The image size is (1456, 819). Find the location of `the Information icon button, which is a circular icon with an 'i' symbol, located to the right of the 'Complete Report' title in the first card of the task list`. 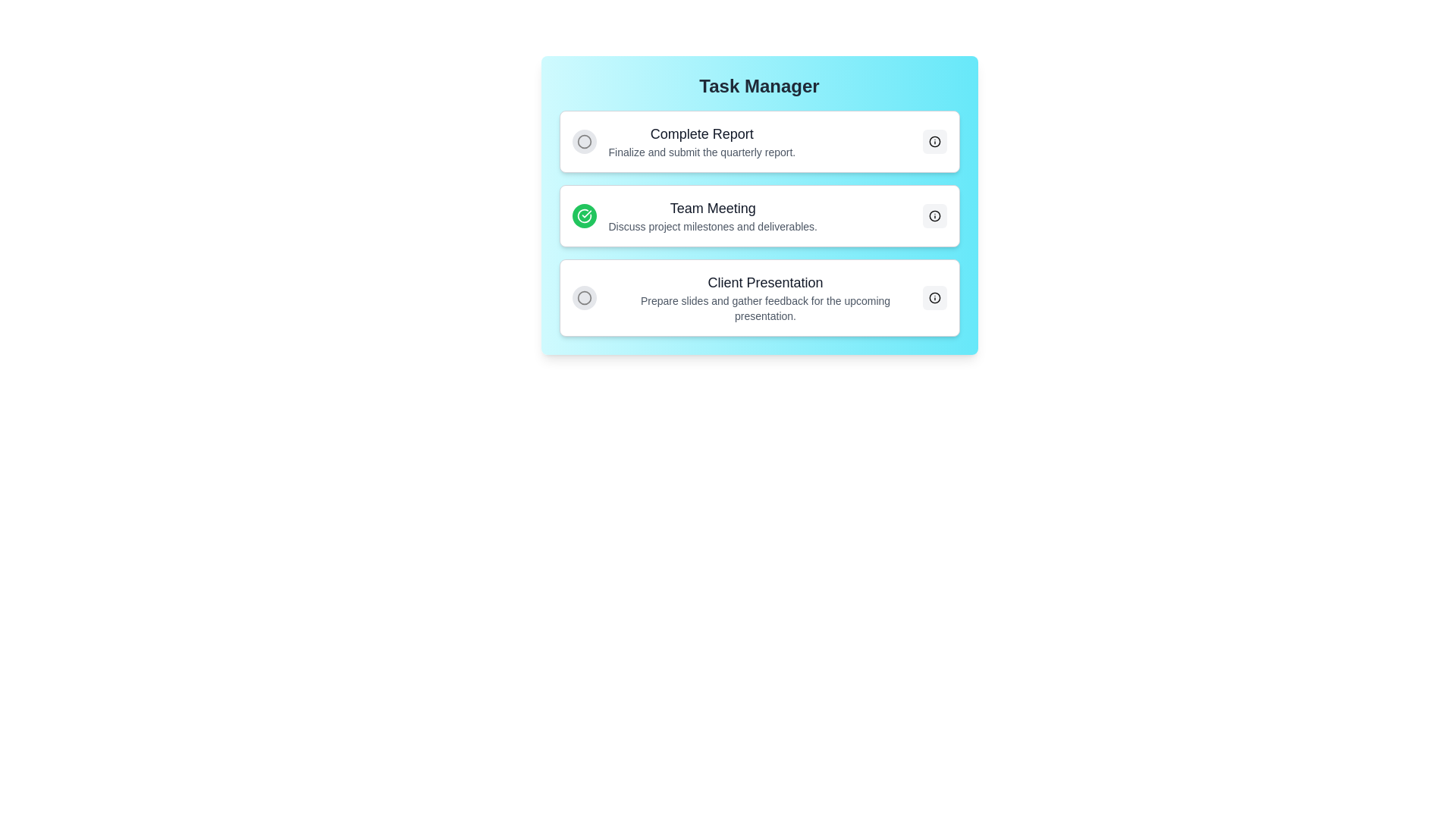

the Information icon button, which is a circular icon with an 'i' symbol, located to the right of the 'Complete Report' title in the first card of the task list is located at coordinates (934, 141).